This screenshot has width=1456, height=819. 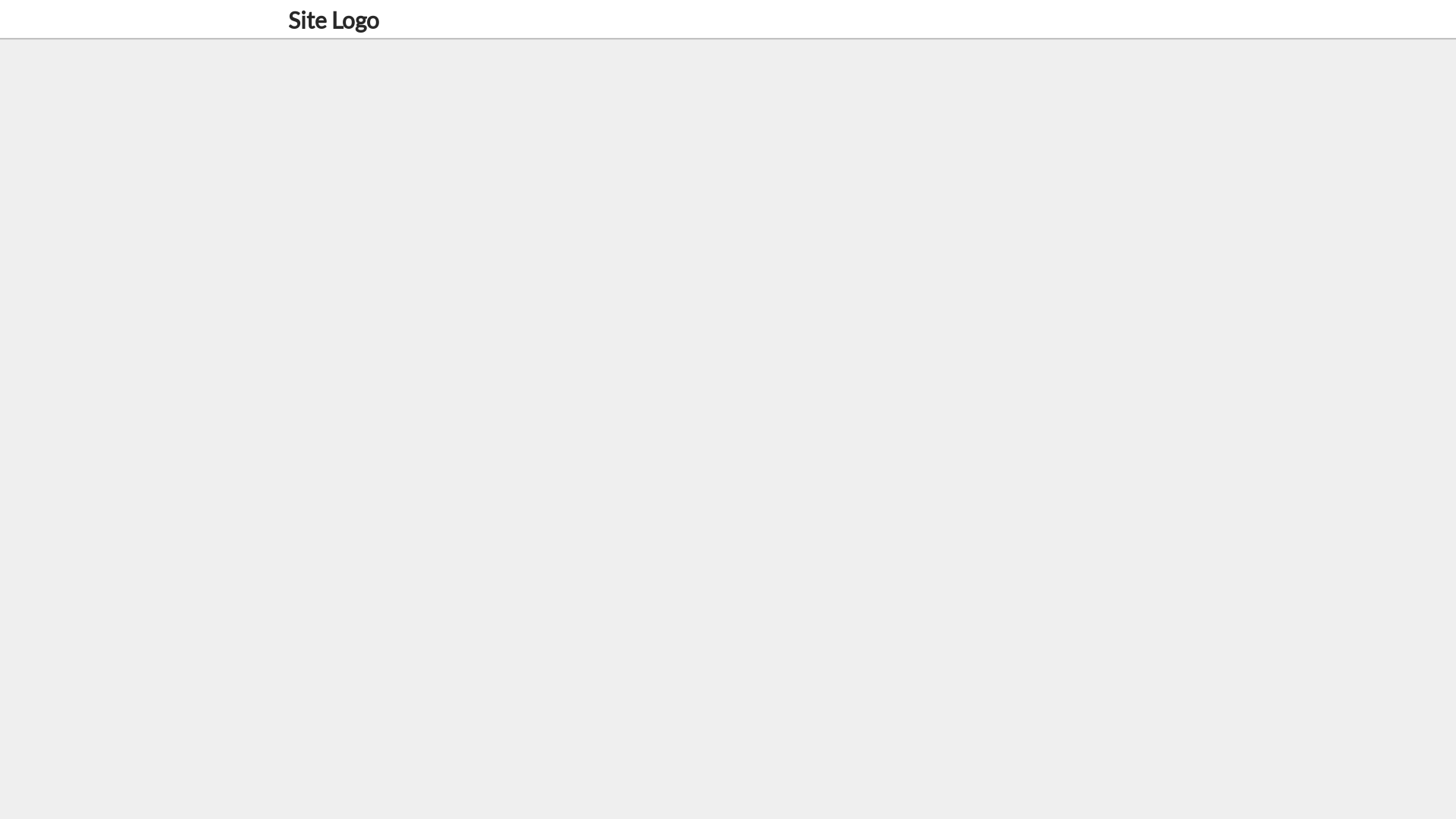 What do you see at coordinates (333, 20) in the screenshot?
I see `'Site Logo'` at bounding box center [333, 20].